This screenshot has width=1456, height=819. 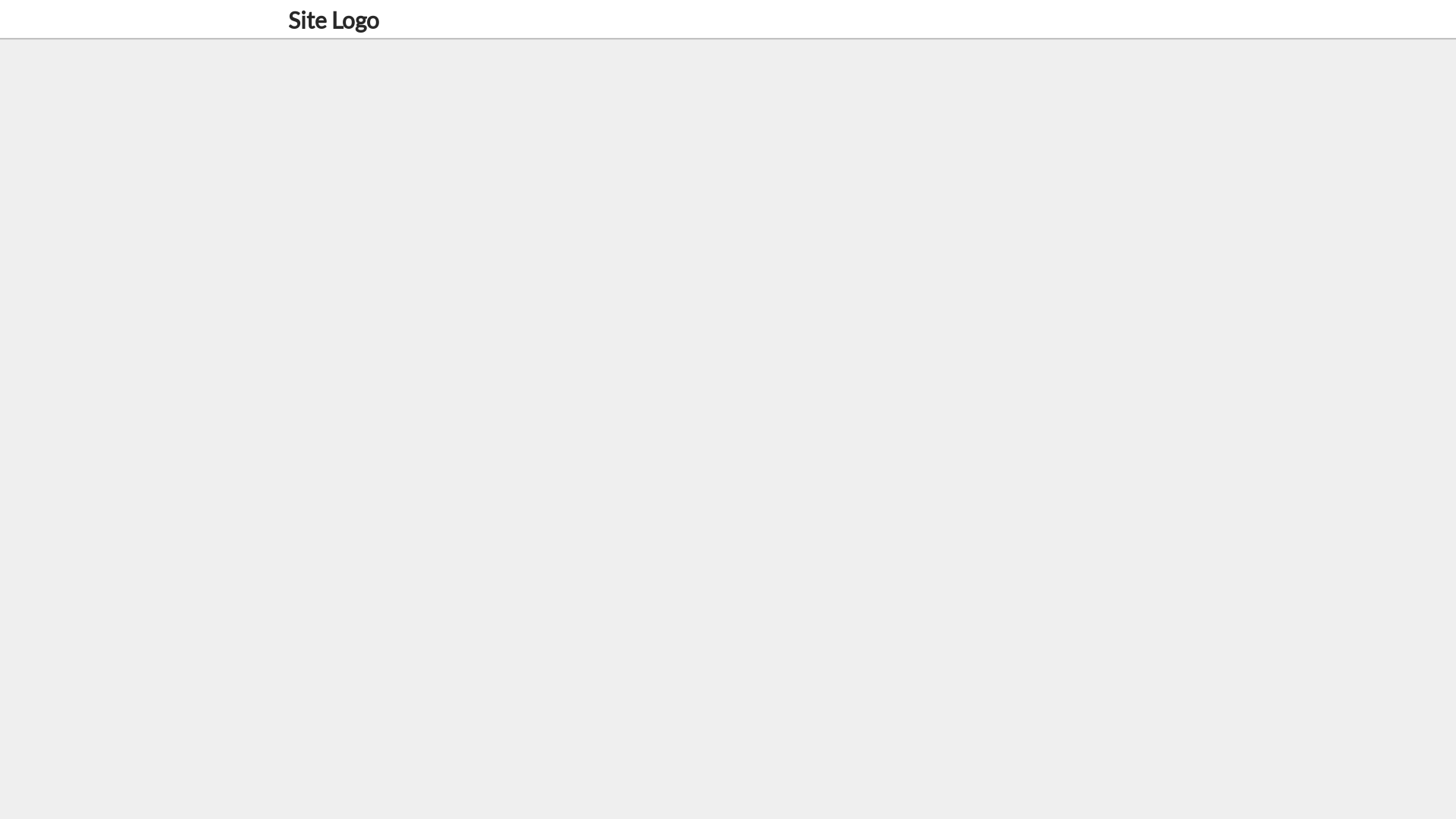 What do you see at coordinates (333, 20) in the screenshot?
I see `'Site Logo'` at bounding box center [333, 20].